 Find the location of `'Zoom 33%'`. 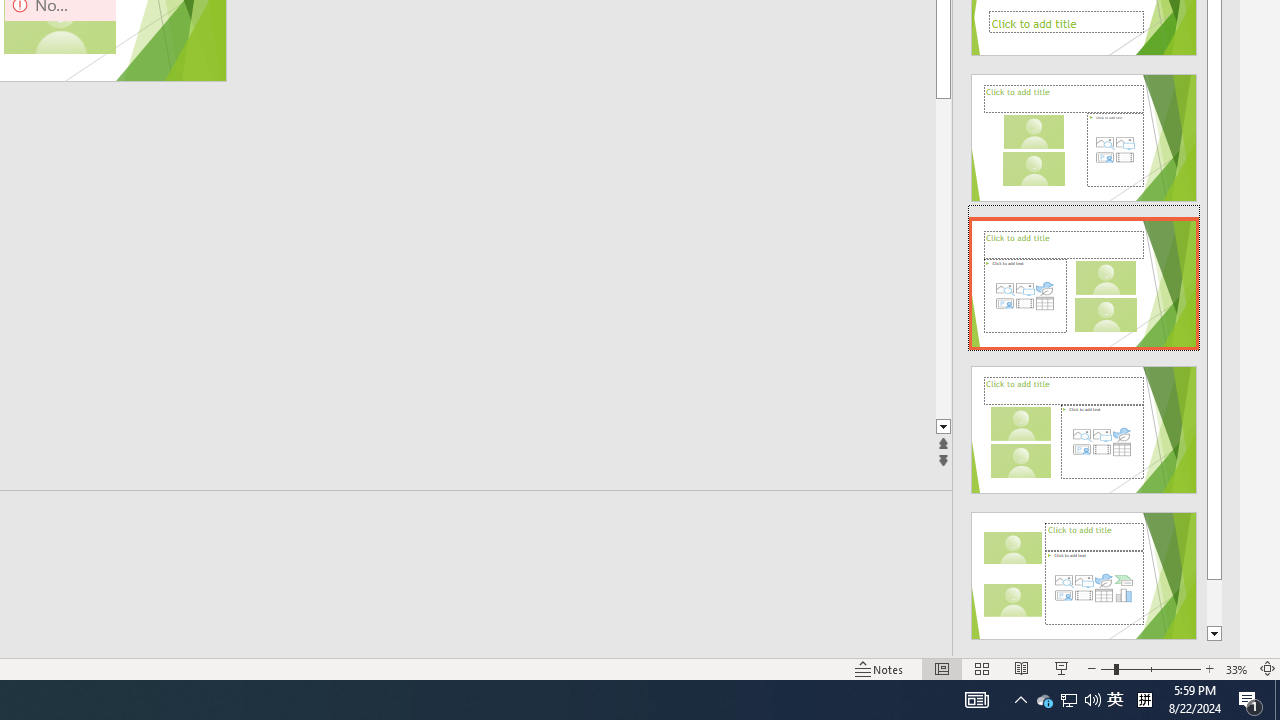

'Zoom 33%' is located at coordinates (1236, 669).